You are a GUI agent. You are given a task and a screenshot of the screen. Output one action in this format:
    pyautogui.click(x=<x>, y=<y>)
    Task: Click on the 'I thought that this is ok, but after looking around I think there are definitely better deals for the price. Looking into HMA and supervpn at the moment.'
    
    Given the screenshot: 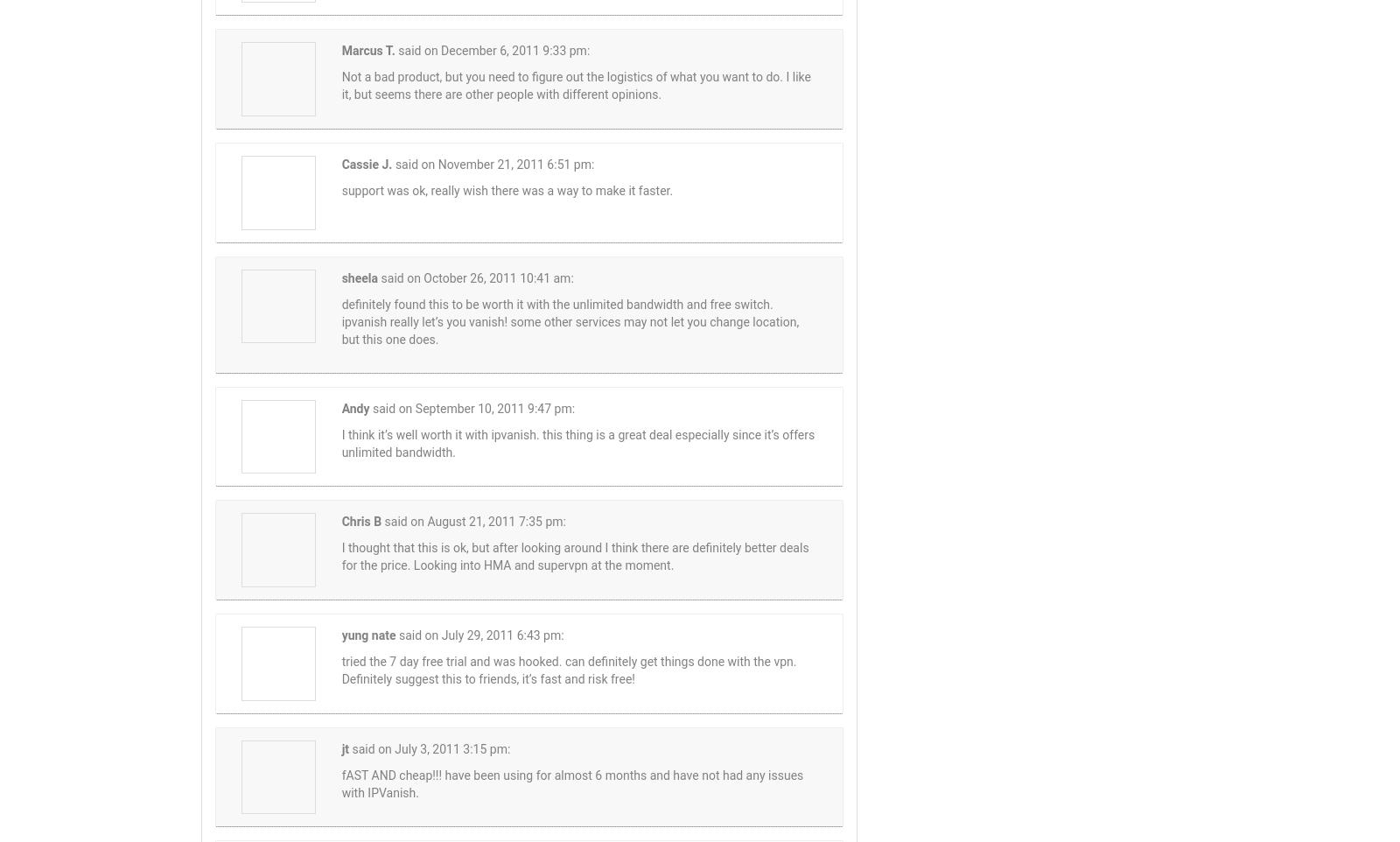 What is the action you would take?
    pyautogui.click(x=574, y=556)
    